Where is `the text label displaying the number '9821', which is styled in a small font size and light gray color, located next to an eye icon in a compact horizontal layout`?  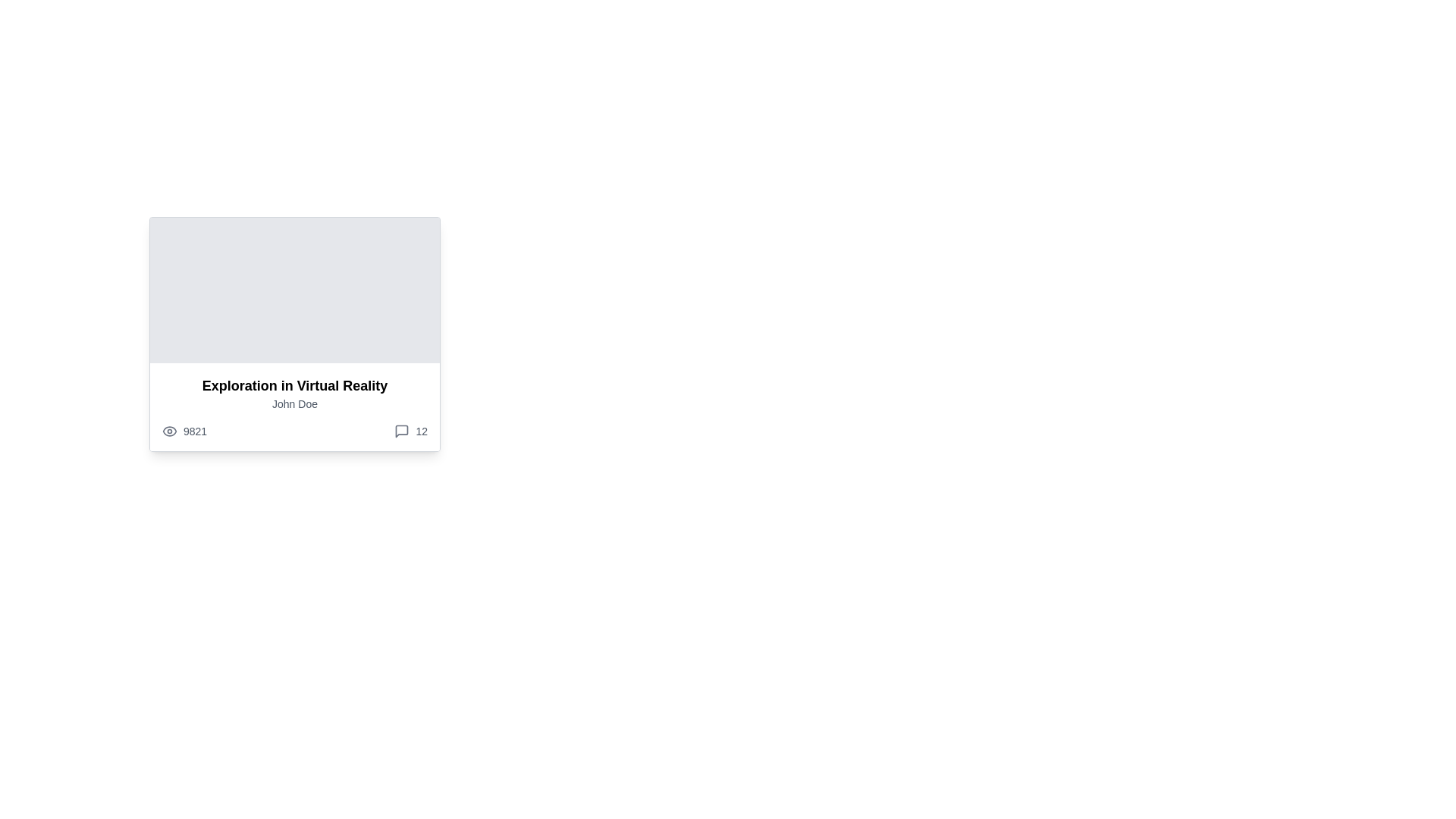
the text label displaying the number '9821', which is styled in a small font size and light gray color, located next to an eye icon in a compact horizontal layout is located at coordinates (194, 431).